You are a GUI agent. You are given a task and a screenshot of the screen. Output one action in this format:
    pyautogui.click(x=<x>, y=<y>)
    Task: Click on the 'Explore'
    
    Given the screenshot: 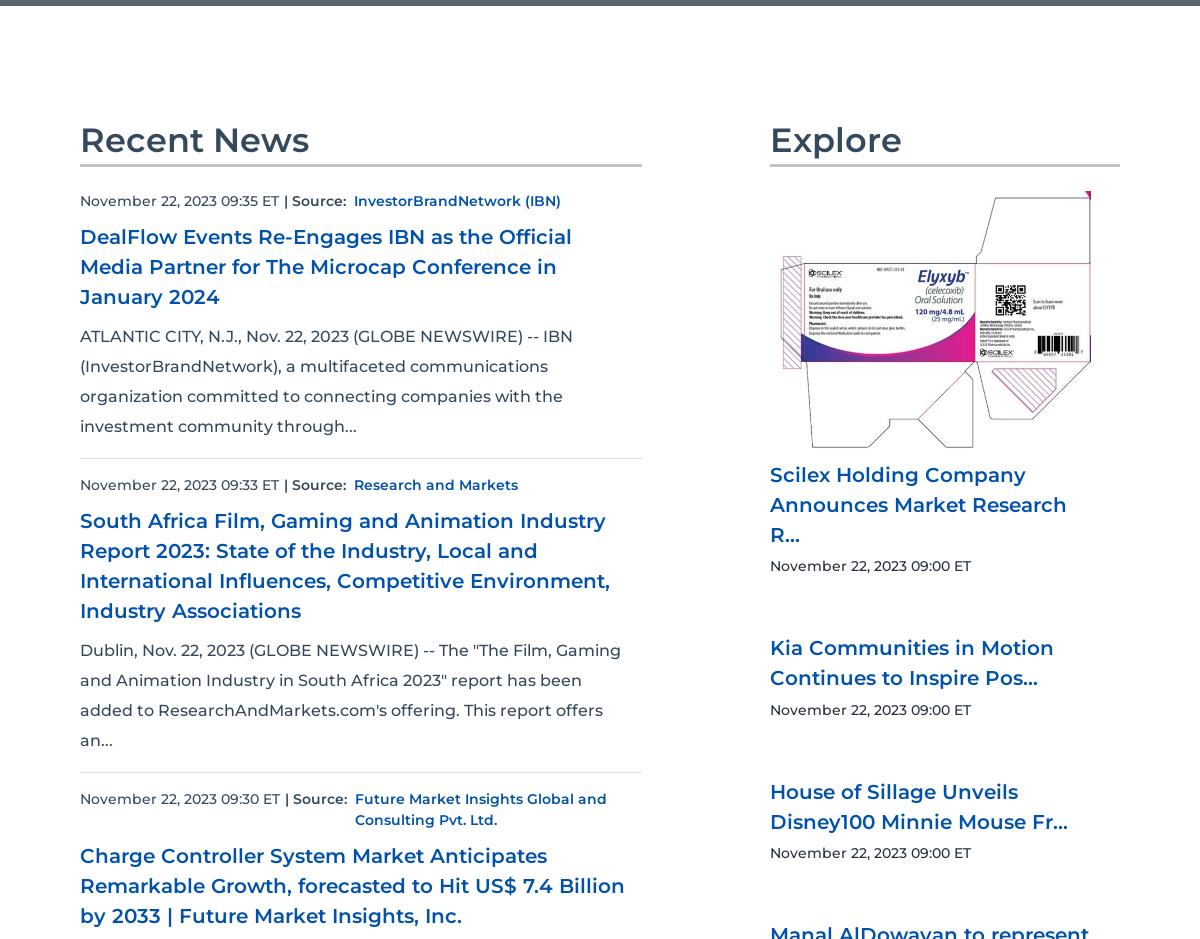 What is the action you would take?
    pyautogui.click(x=835, y=138)
    